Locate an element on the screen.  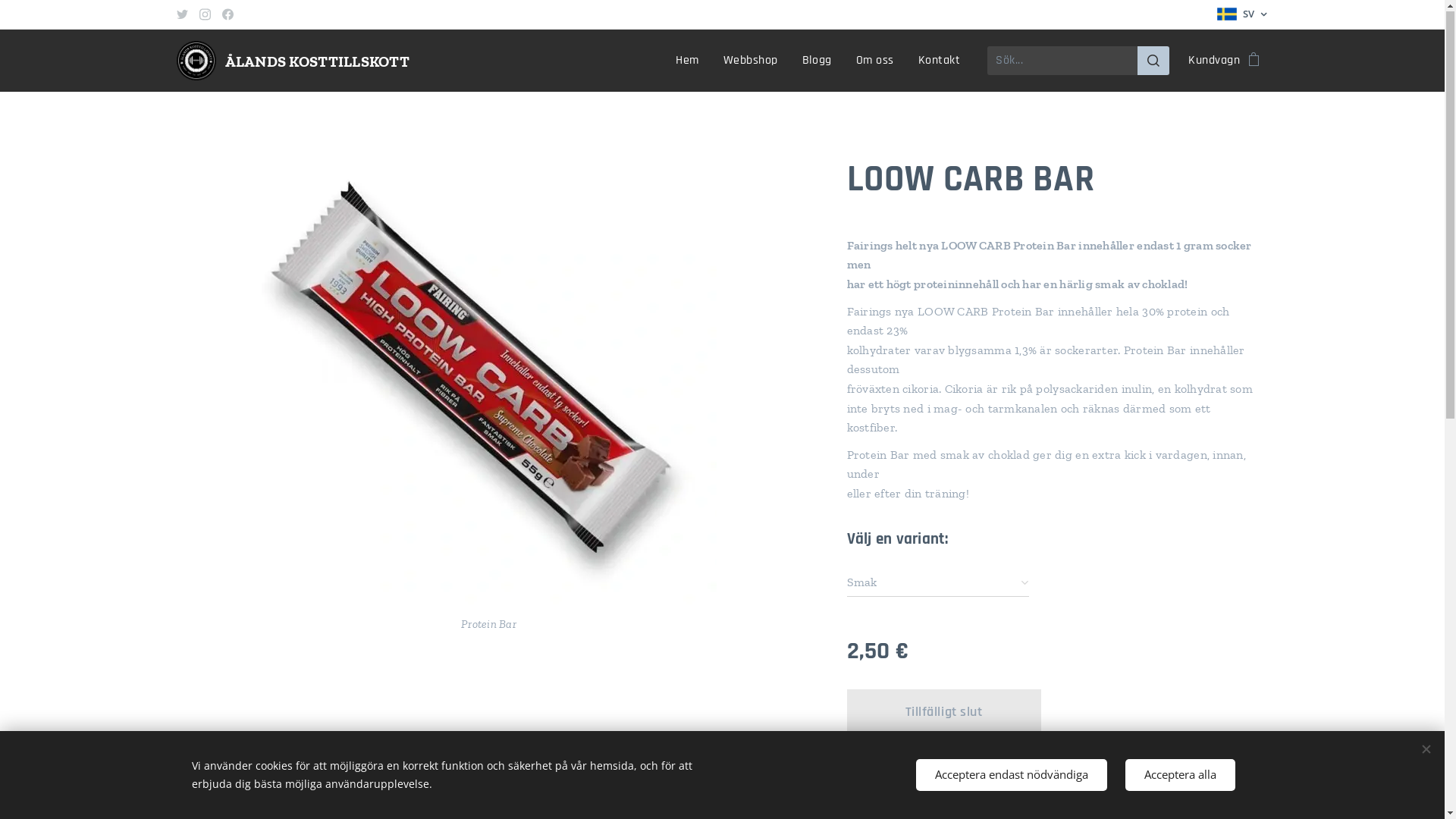
'Blogg' is located at coordinates (789, 61).